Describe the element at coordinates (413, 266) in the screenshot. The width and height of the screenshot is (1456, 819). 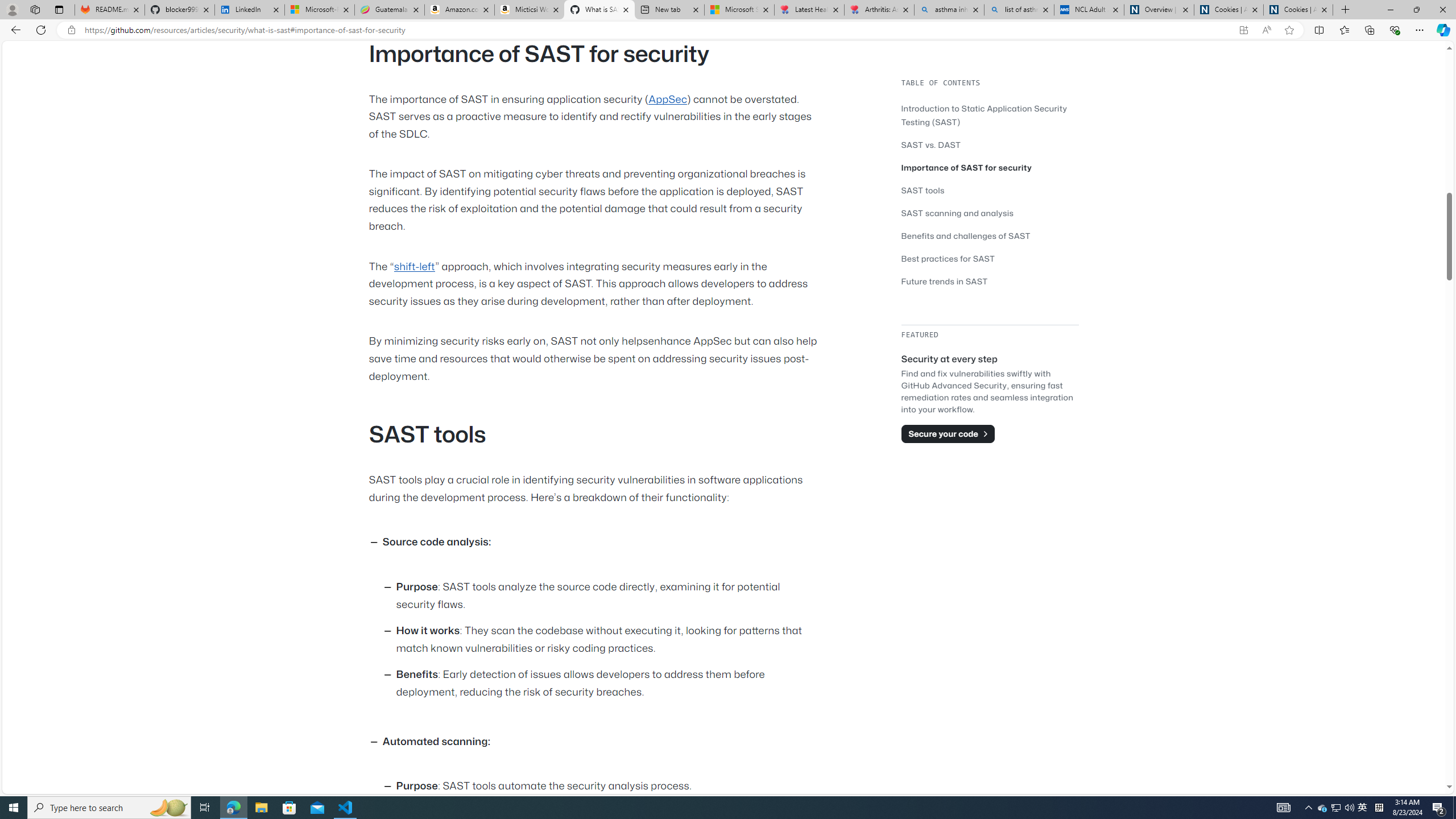
I see `'shift-left'` at that location.